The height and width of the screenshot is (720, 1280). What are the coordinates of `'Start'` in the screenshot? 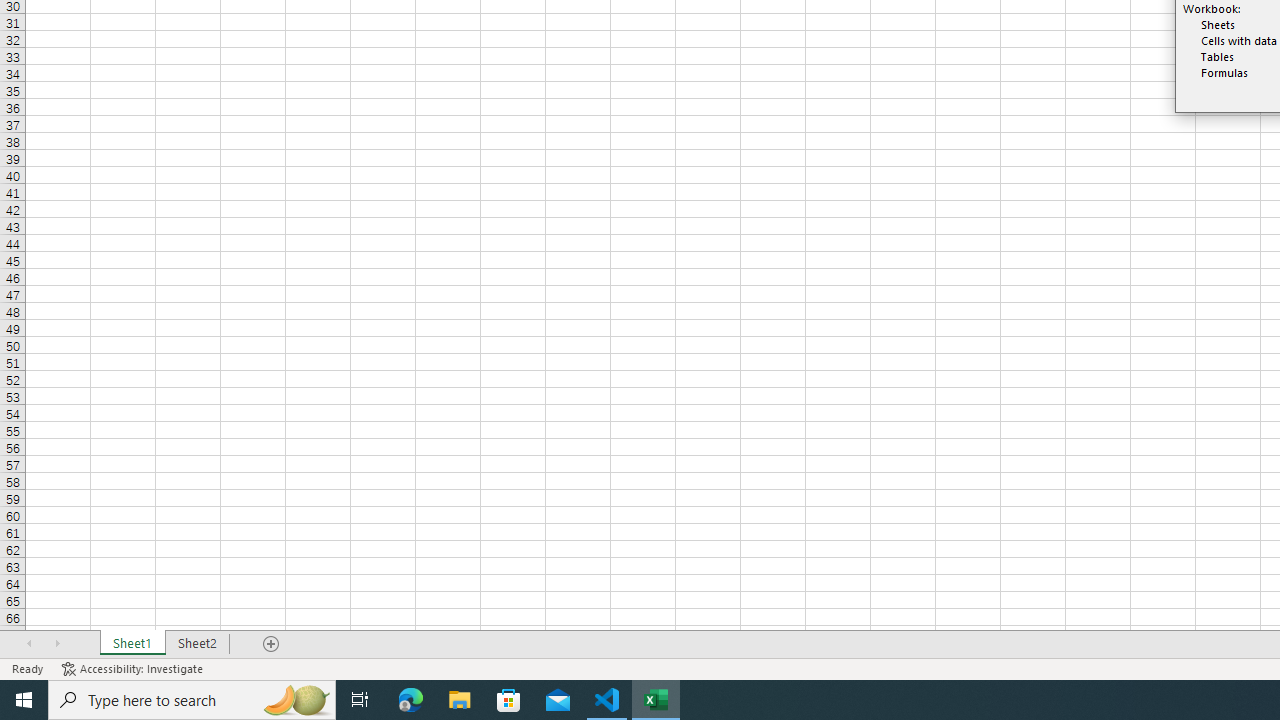 It's located at (24, 698).